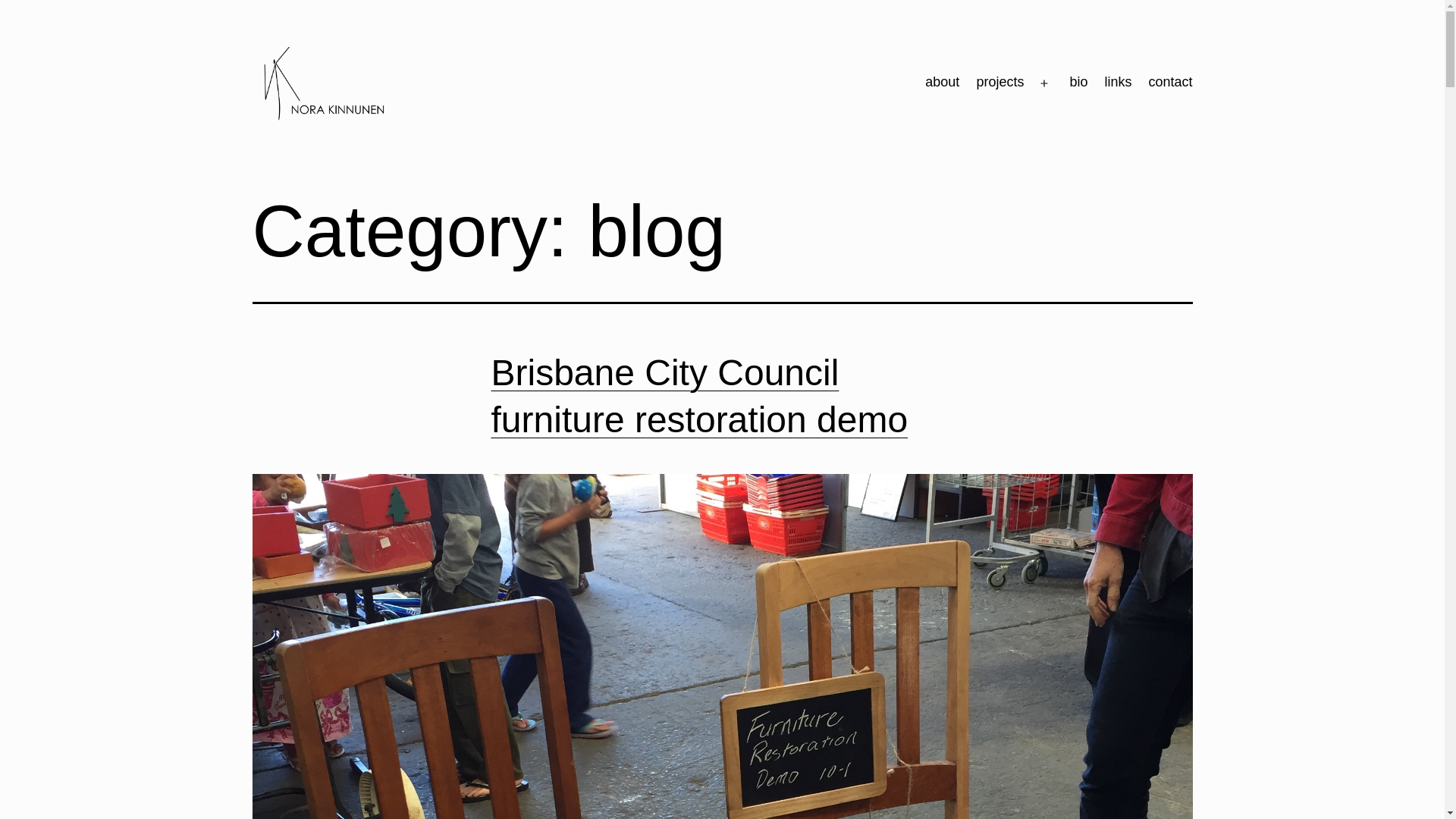 The height and width of the screenshot is (819, 1456). Describe the element at coordinates (1095, 83) in the screenshot. I see `'links'` at that location.